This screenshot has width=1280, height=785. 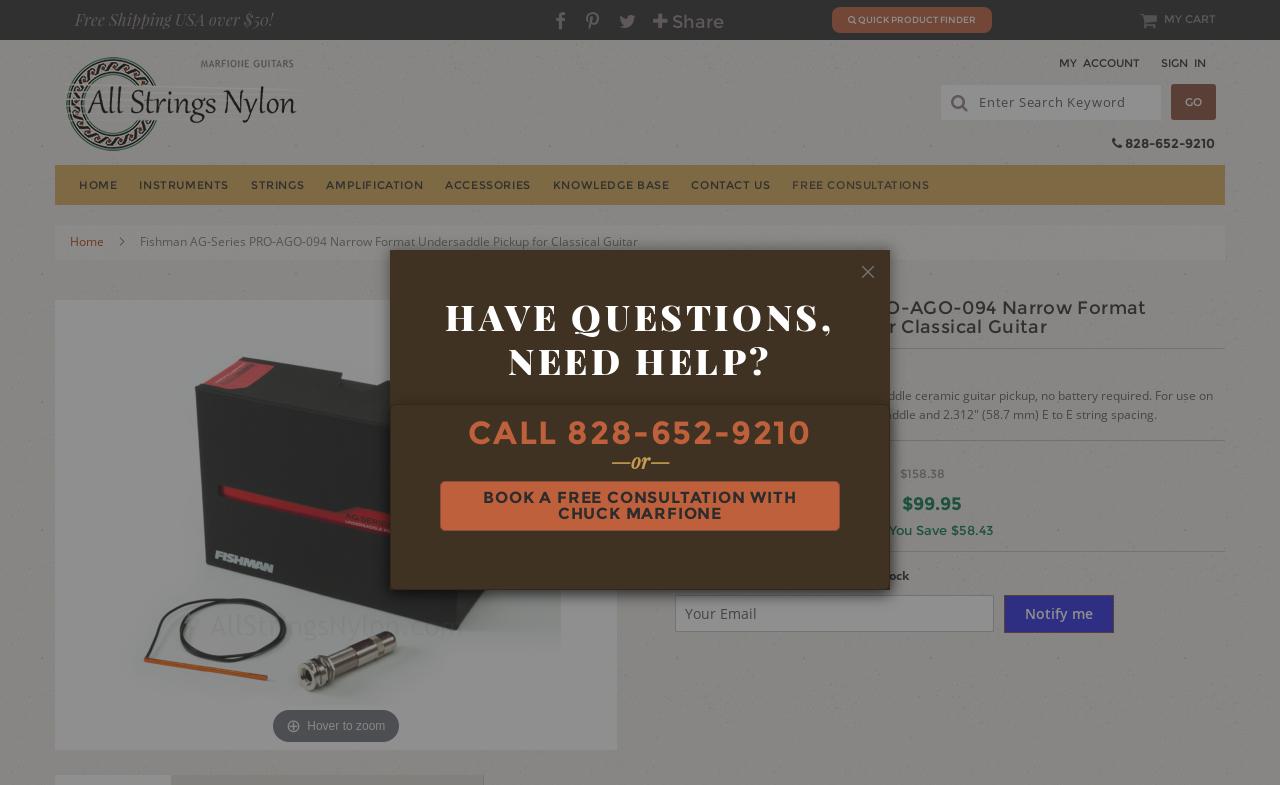 What do you see at coordinates (729, 184) in the screenshot?
I see `'Contact Us'` at bounding box center [729, 184].